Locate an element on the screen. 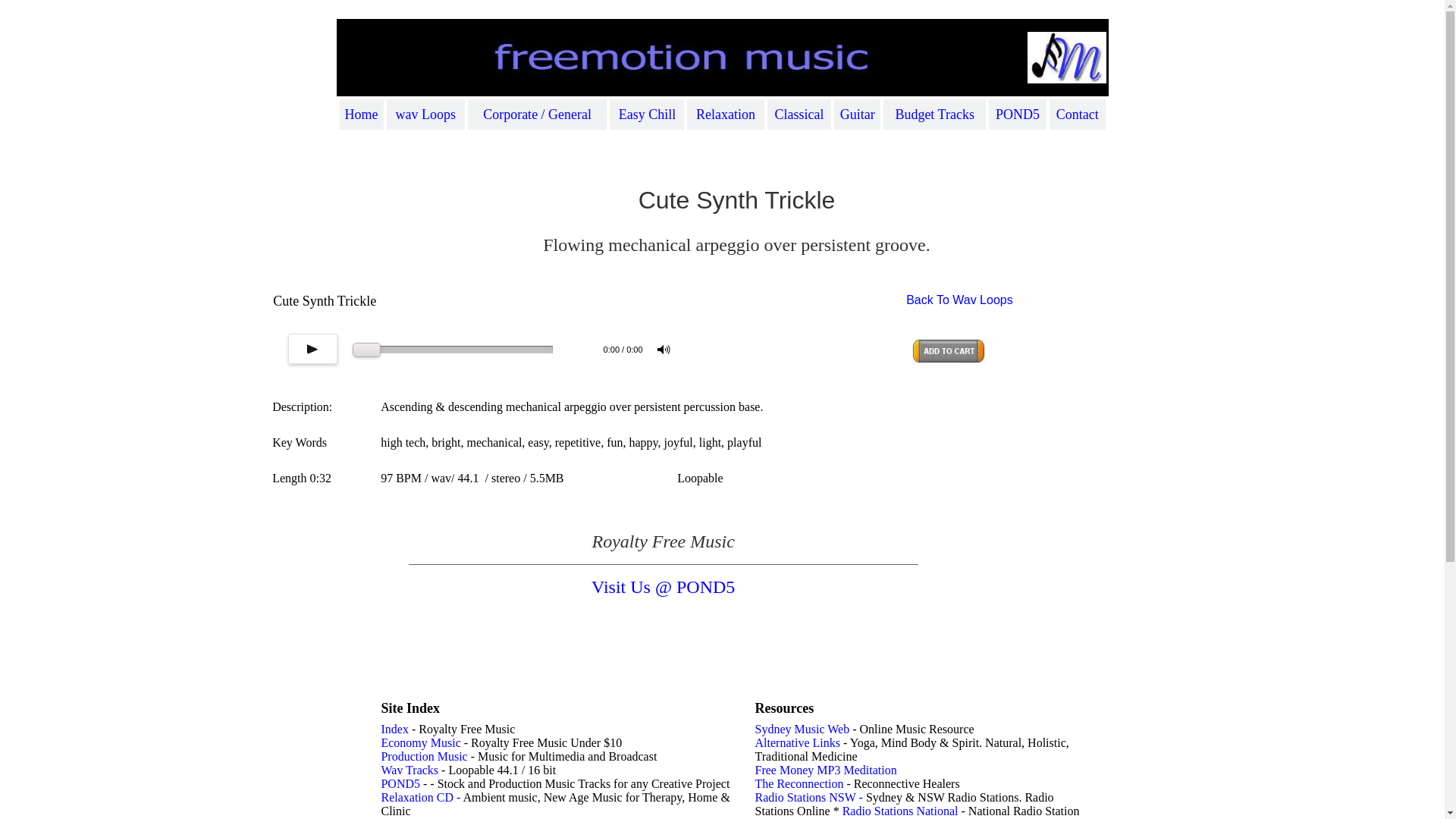 This screenshot has height=819, width=1456. 'Corporate / General' is located at coordinates (537, 113).